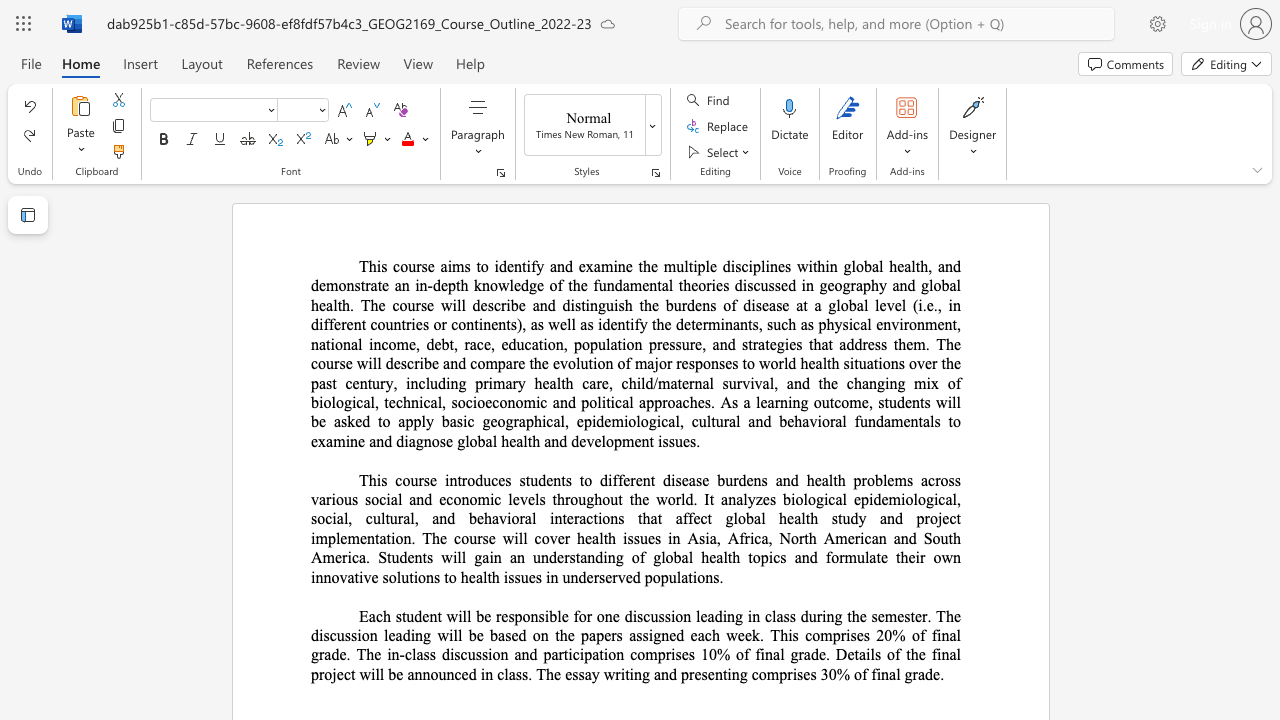 This screenshot has width=1280, height=720. I want to click on the subset text "health topics and formulate their own innovative solu" within the text "This course introduces students to different disease burdens and health problems across various social and economic levels throughout the world. It analyzes biological epidemiological, social, cultural, and behavioral interactions that affect global health study and project implementation. The course will cover health issues in Asia, Africa, North American and South America. Students will gain an understanding of global health topics and formulate their own innovative solutions to health issues in underserv", so click(701, 557).